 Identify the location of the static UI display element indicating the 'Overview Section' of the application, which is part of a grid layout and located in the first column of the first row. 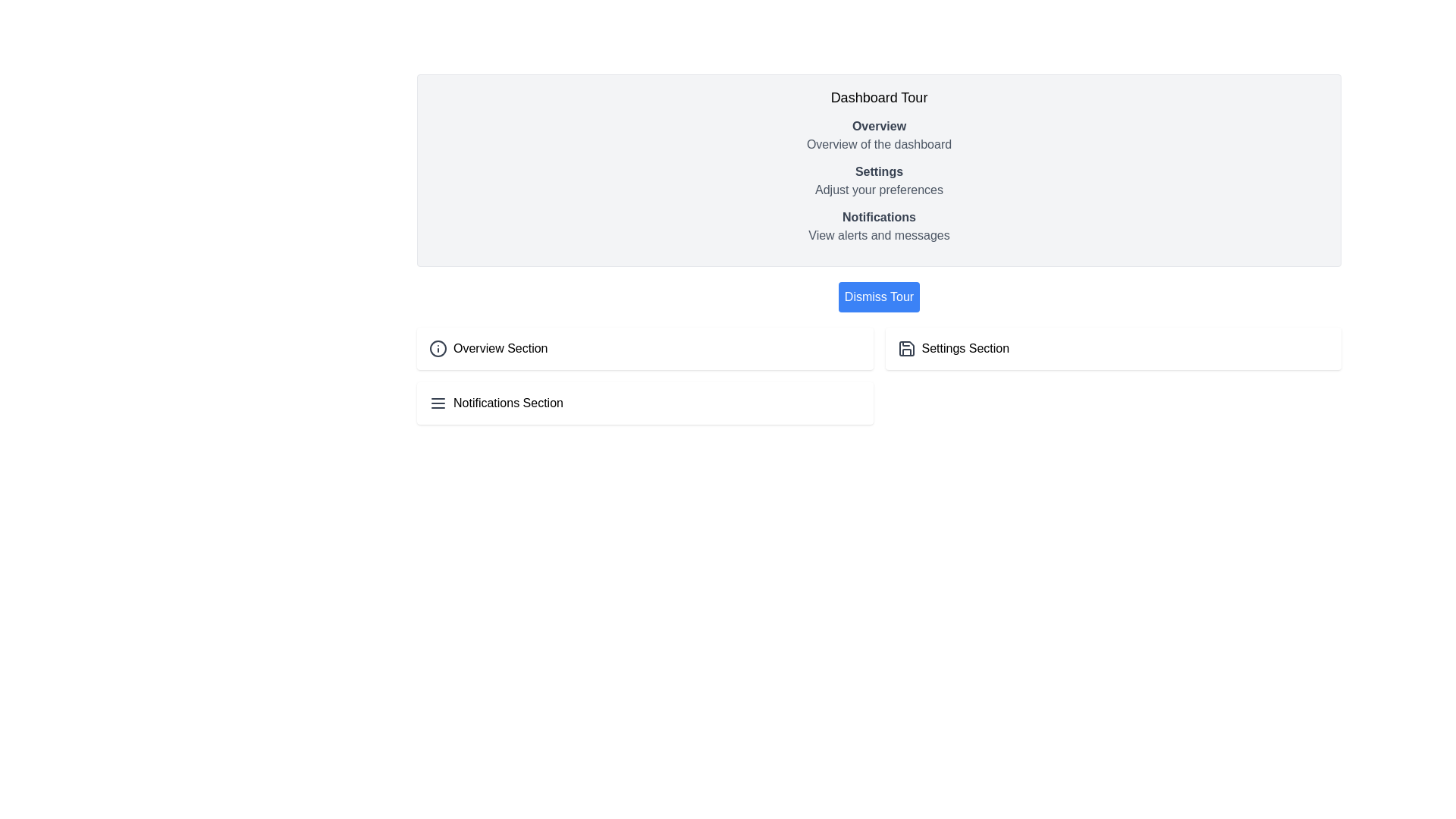
(645, 348).